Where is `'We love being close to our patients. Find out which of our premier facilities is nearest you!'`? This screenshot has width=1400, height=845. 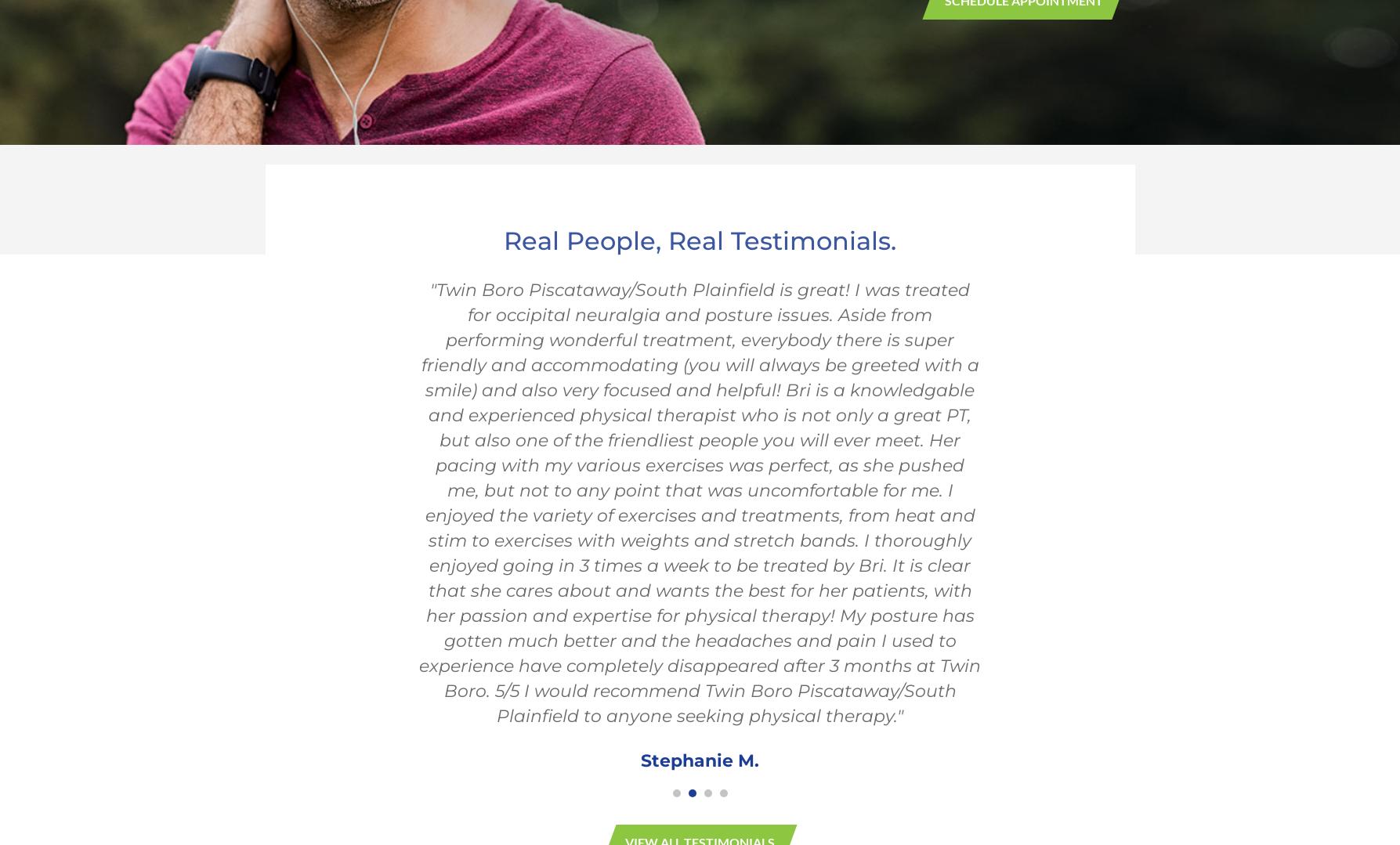 'We love being close to our patients. Find out which of our premier facilities is nearest you!' is located at coordinates (699, 662).